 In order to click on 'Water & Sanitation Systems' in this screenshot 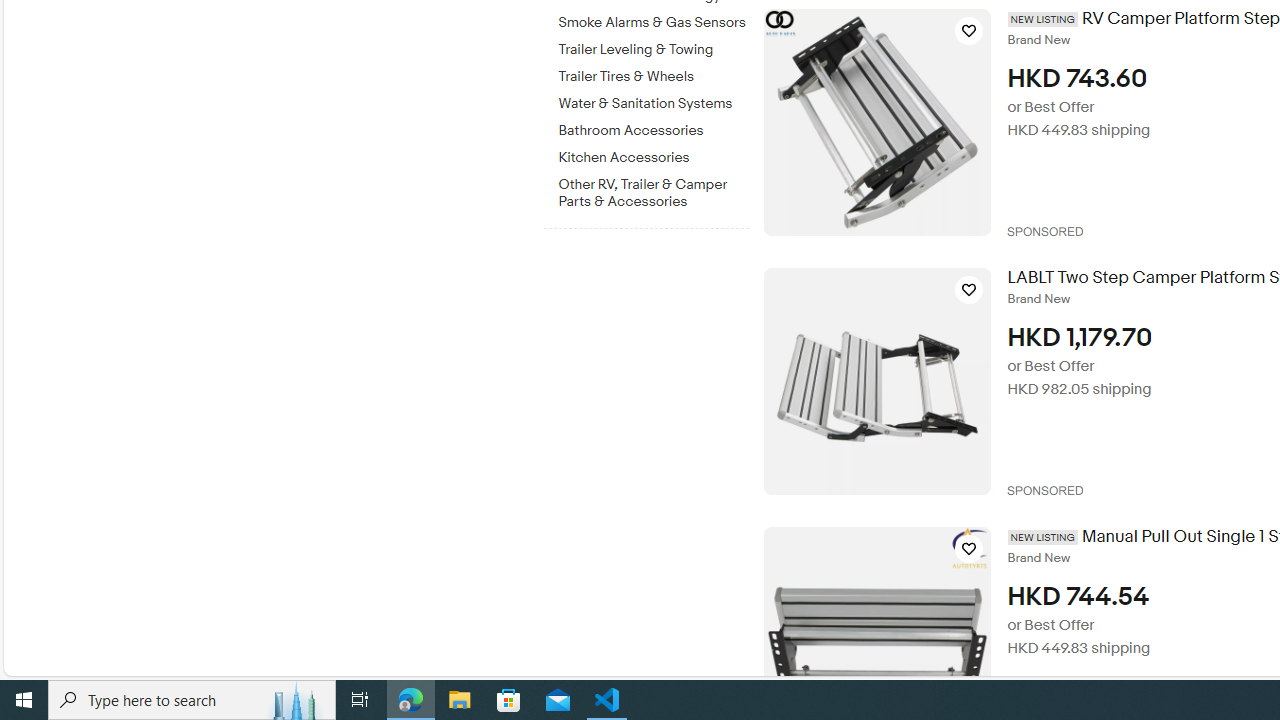, I will do `click(653, 100)`.